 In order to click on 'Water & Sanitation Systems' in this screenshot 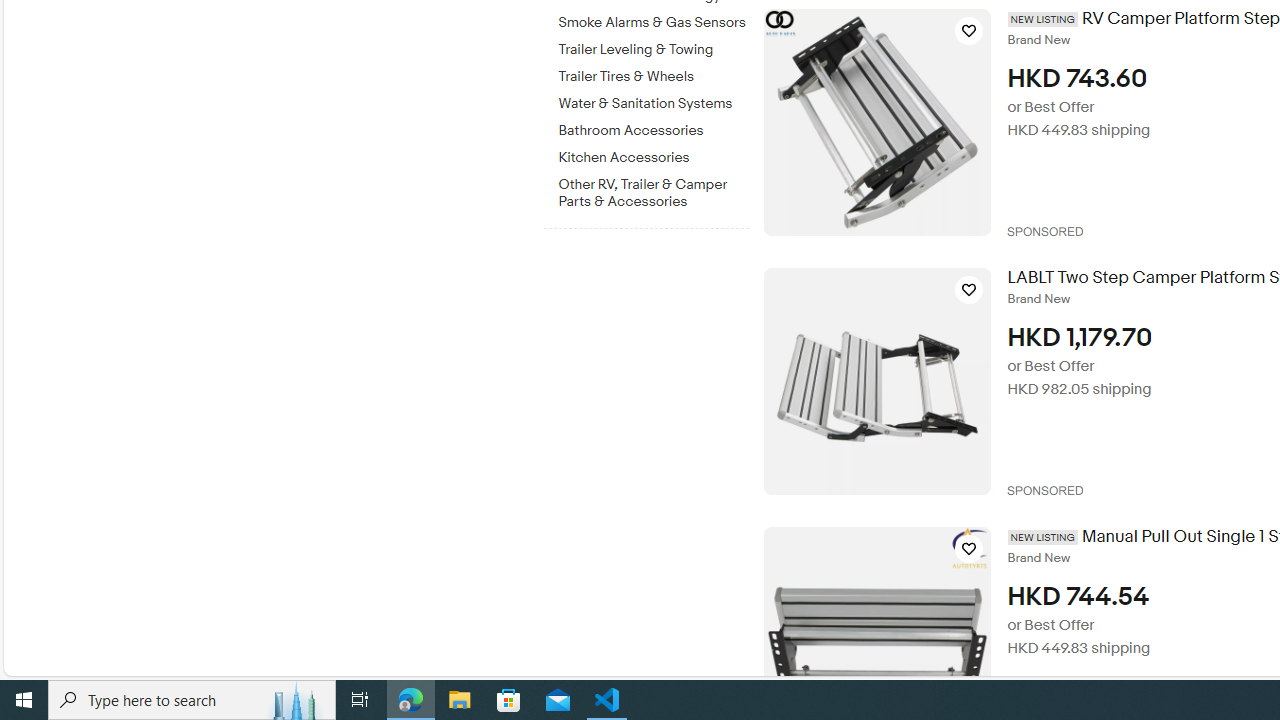, I will do `click(653, 100)`.